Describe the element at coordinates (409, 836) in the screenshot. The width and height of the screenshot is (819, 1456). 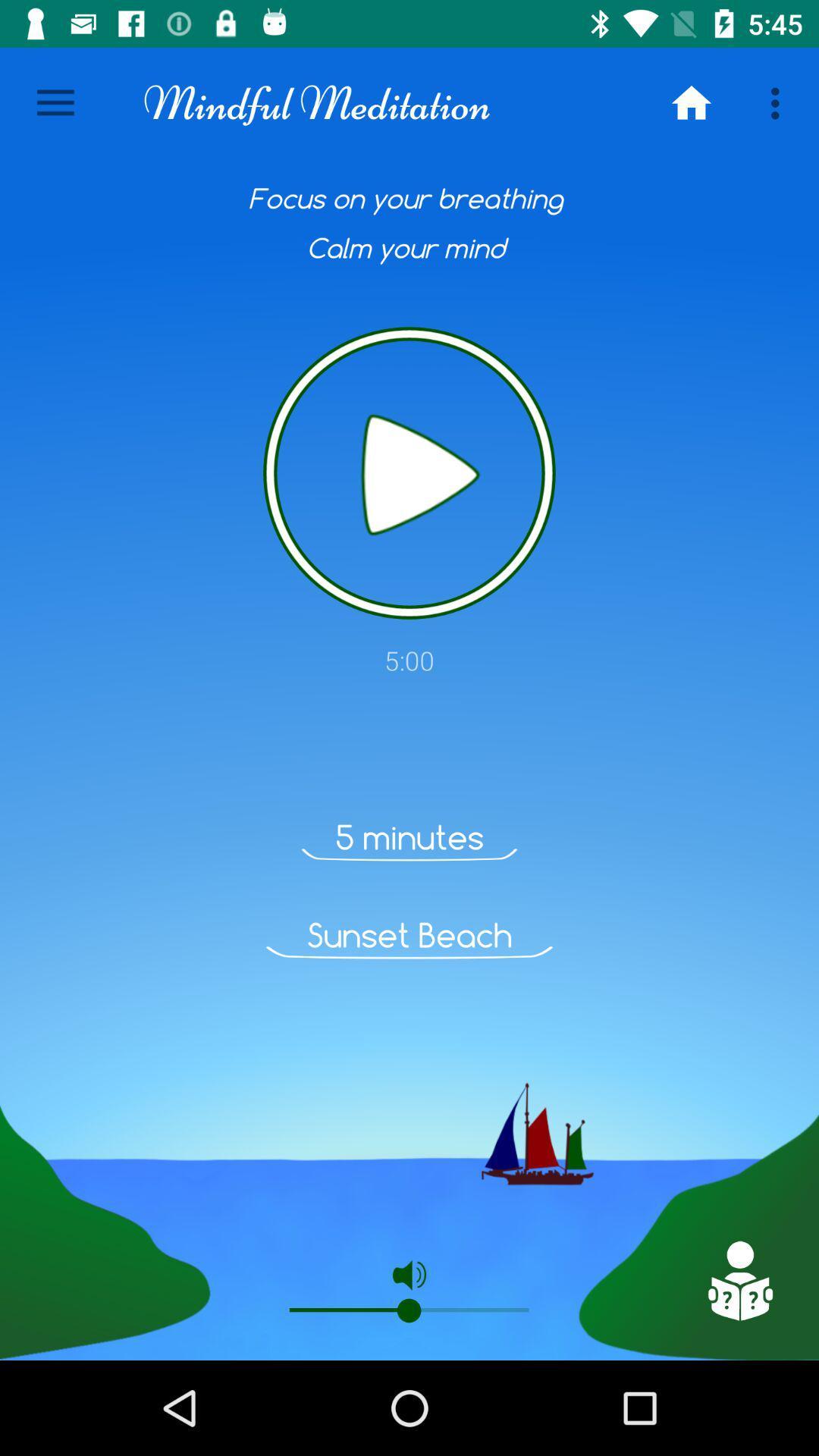
I see `5 minutes   icon` at that location.